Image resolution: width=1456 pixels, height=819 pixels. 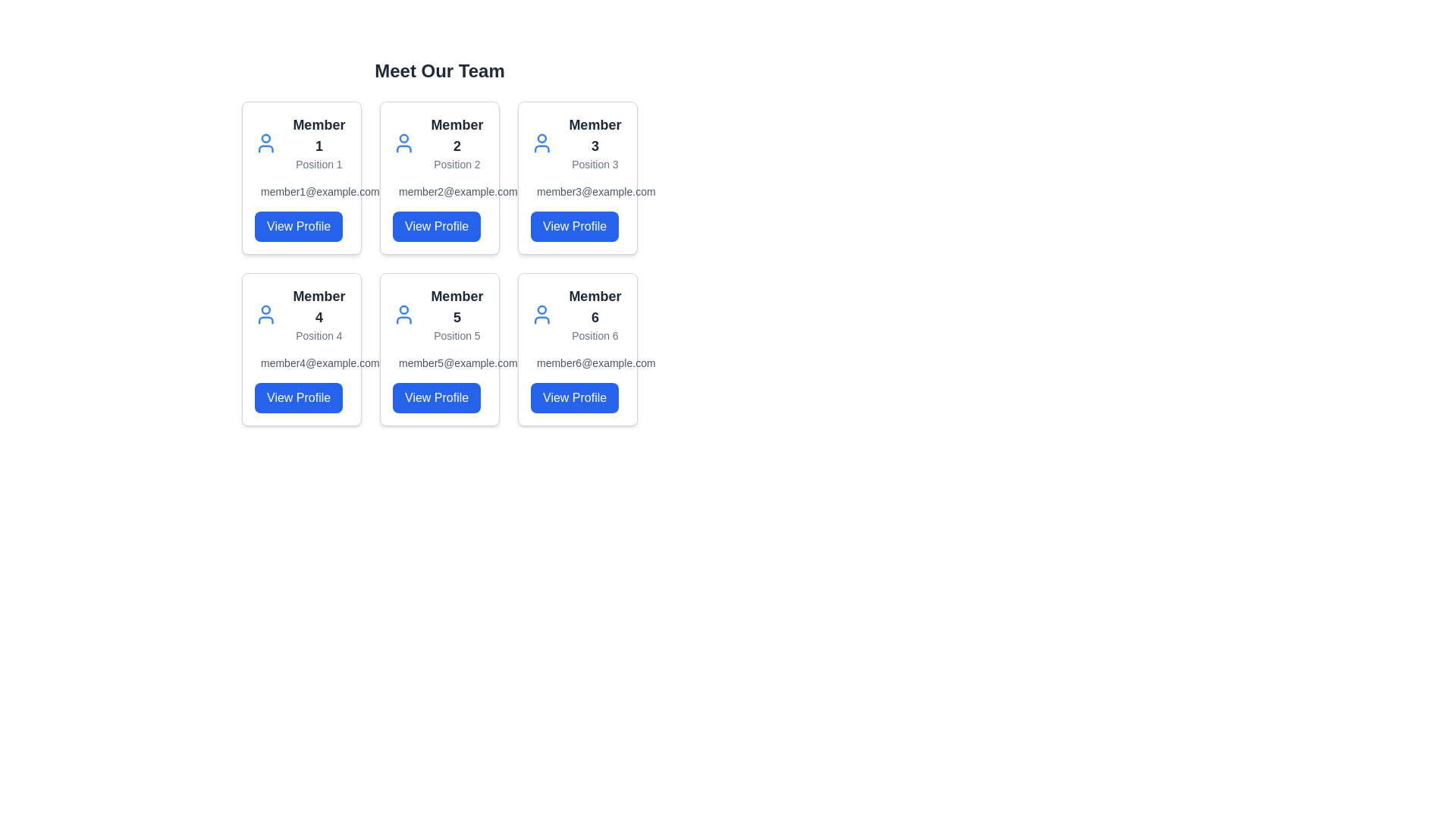 I want to click on the text label displaying the email address of Member 5, located below 'Position 5' and above the 'View Profile' button, so click(x=439, y=362).